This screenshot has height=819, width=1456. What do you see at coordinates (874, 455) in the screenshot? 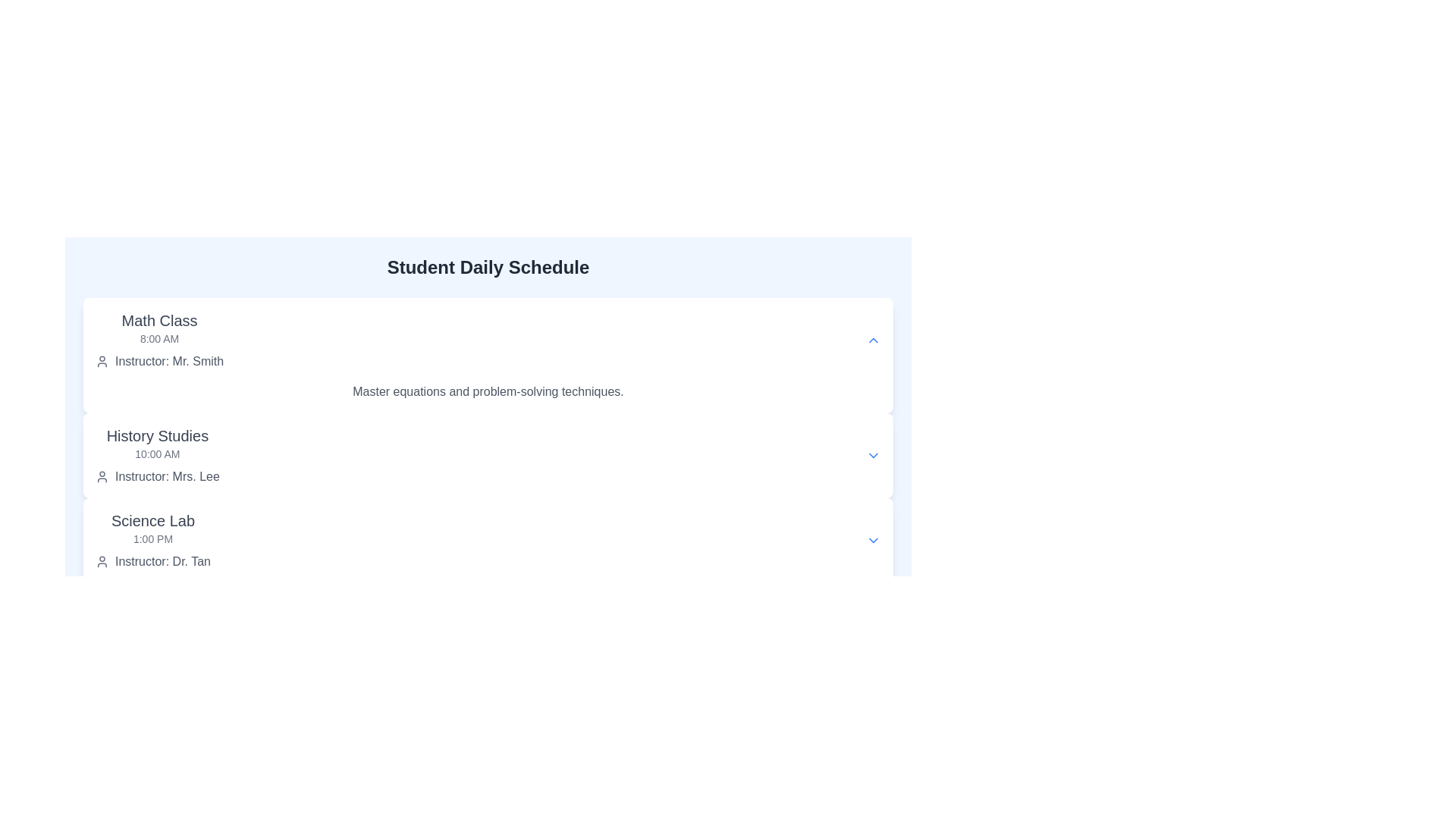
I see `the interactive dropdown toggle icon` at bounding box center [874, 455].